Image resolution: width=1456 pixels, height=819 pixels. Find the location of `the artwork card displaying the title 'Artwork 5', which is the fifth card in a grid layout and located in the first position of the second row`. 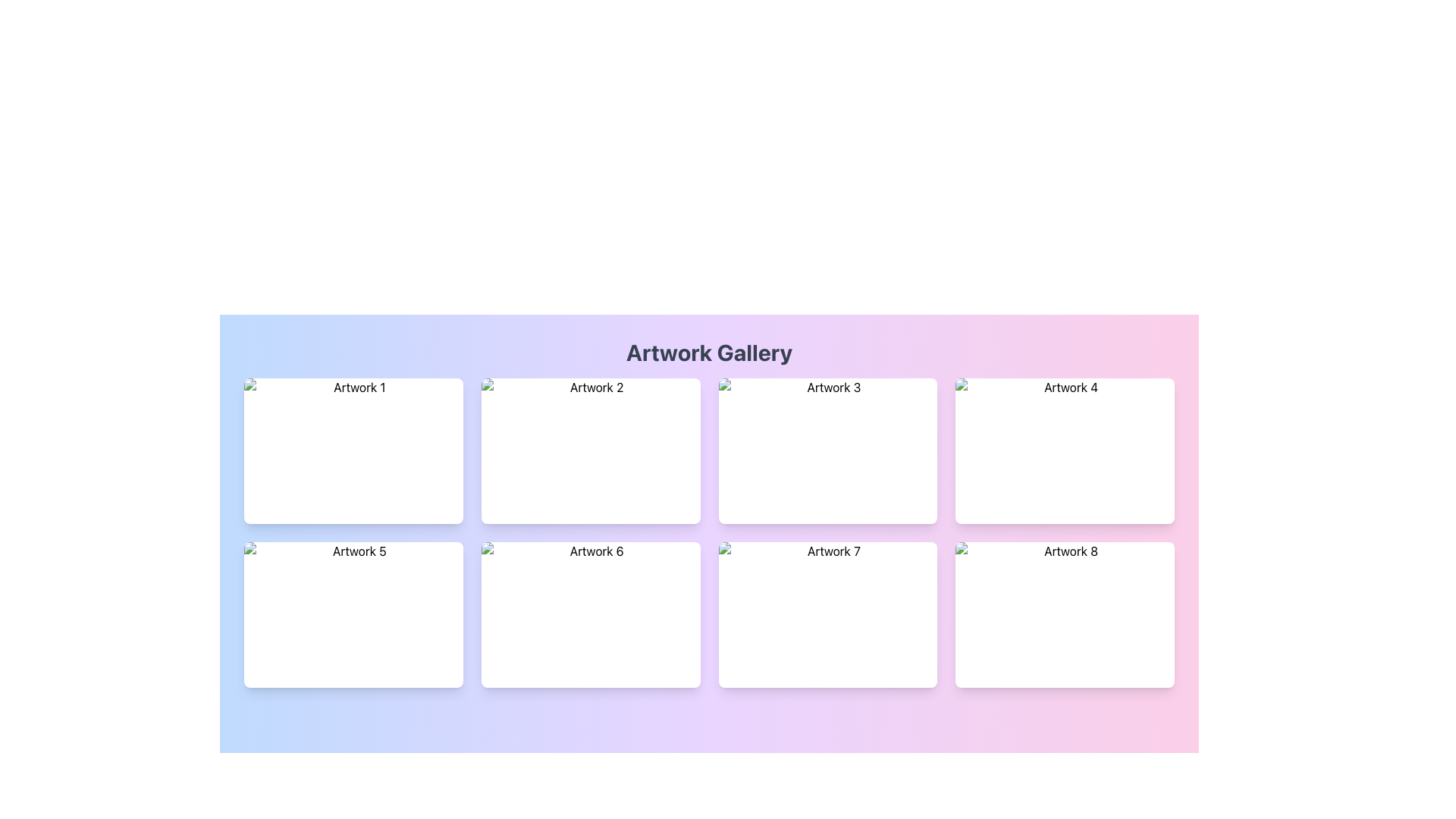

the artwork card displaying the title 'Artwork 5', which is the fifth card in a grid layout and located in the first position of the second row is located at coordinates (353, 614).